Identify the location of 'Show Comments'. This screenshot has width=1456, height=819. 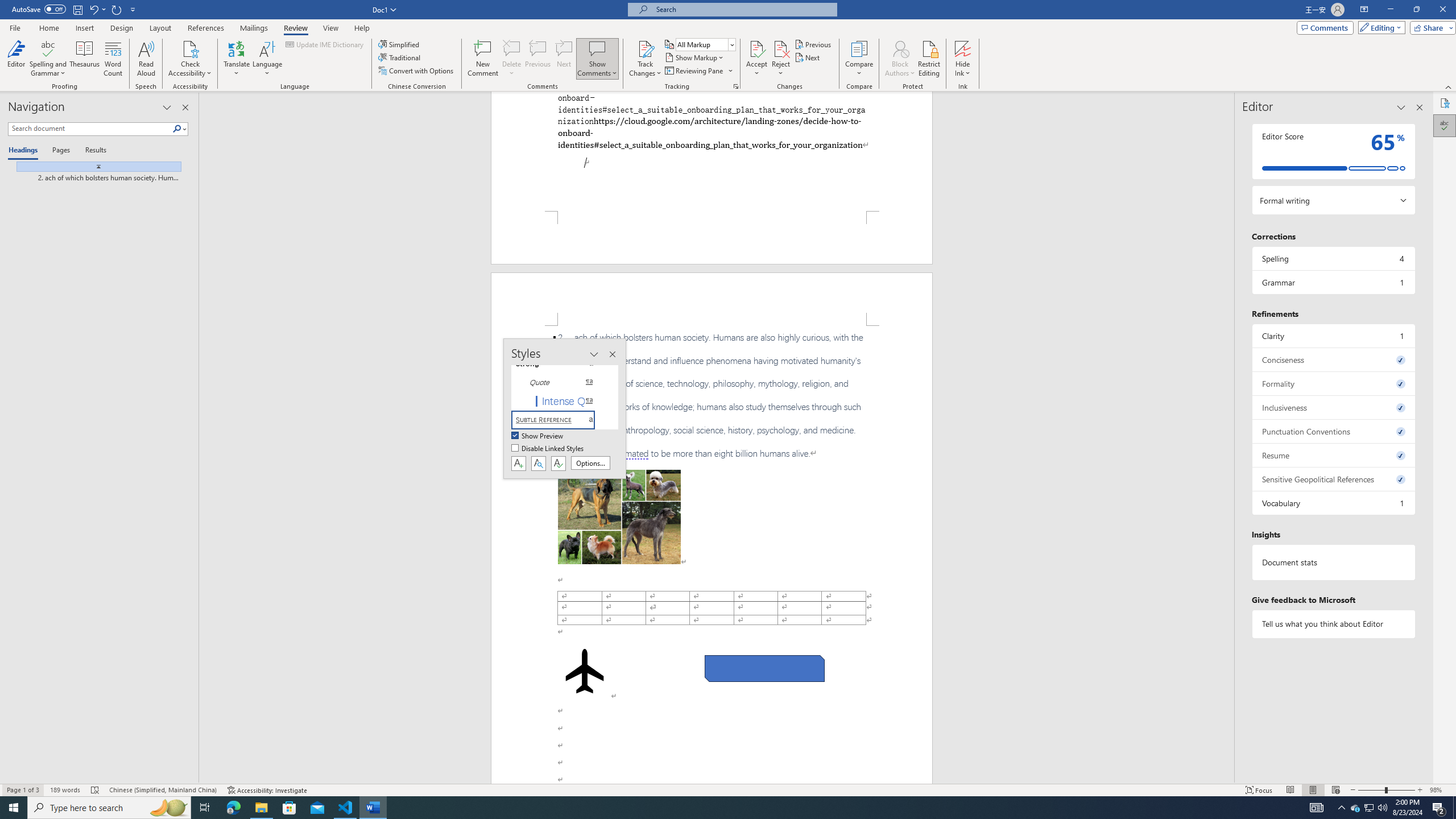
(597, 59).